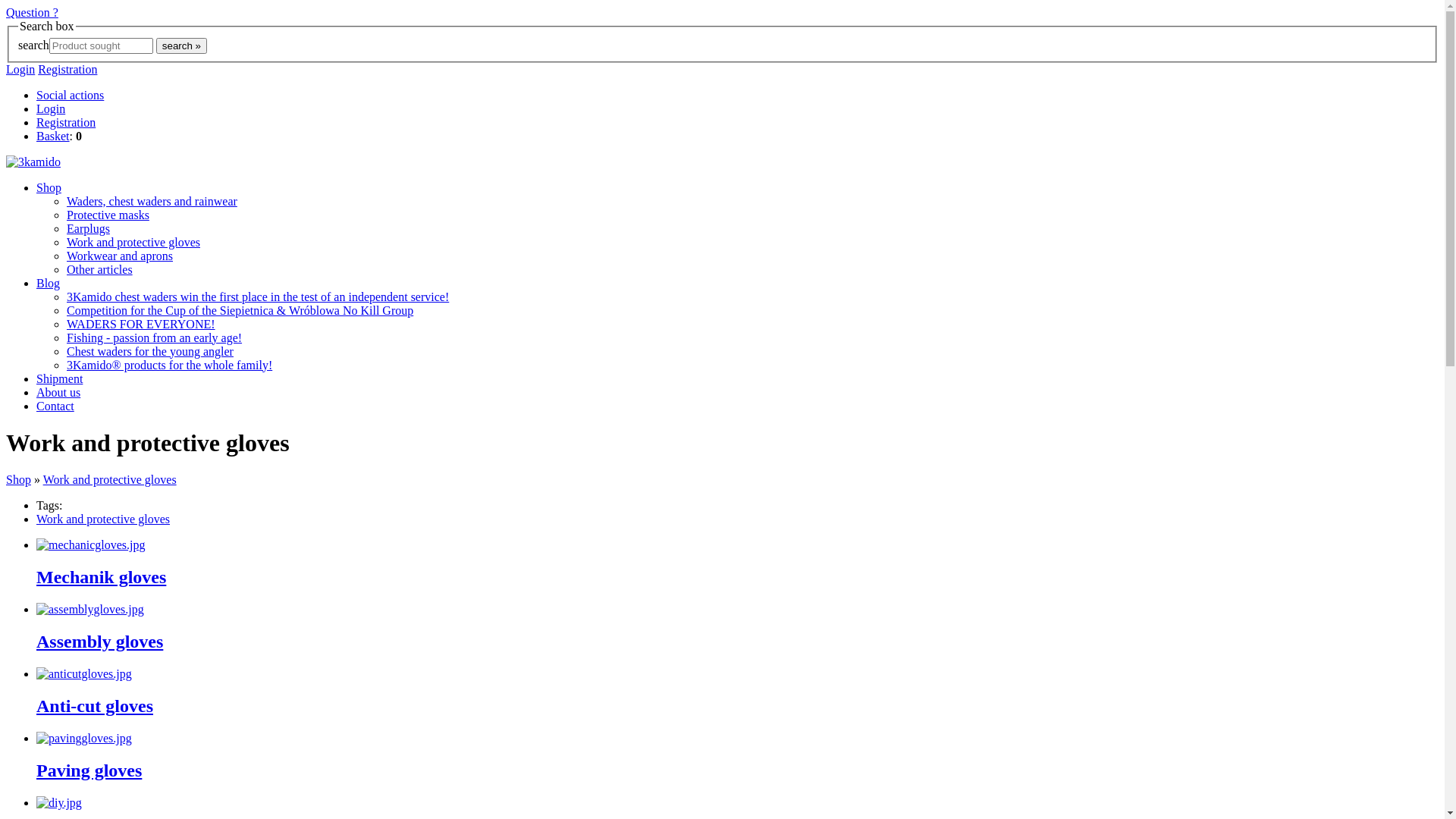  I want to click on 'Blog', so click(36, 283).